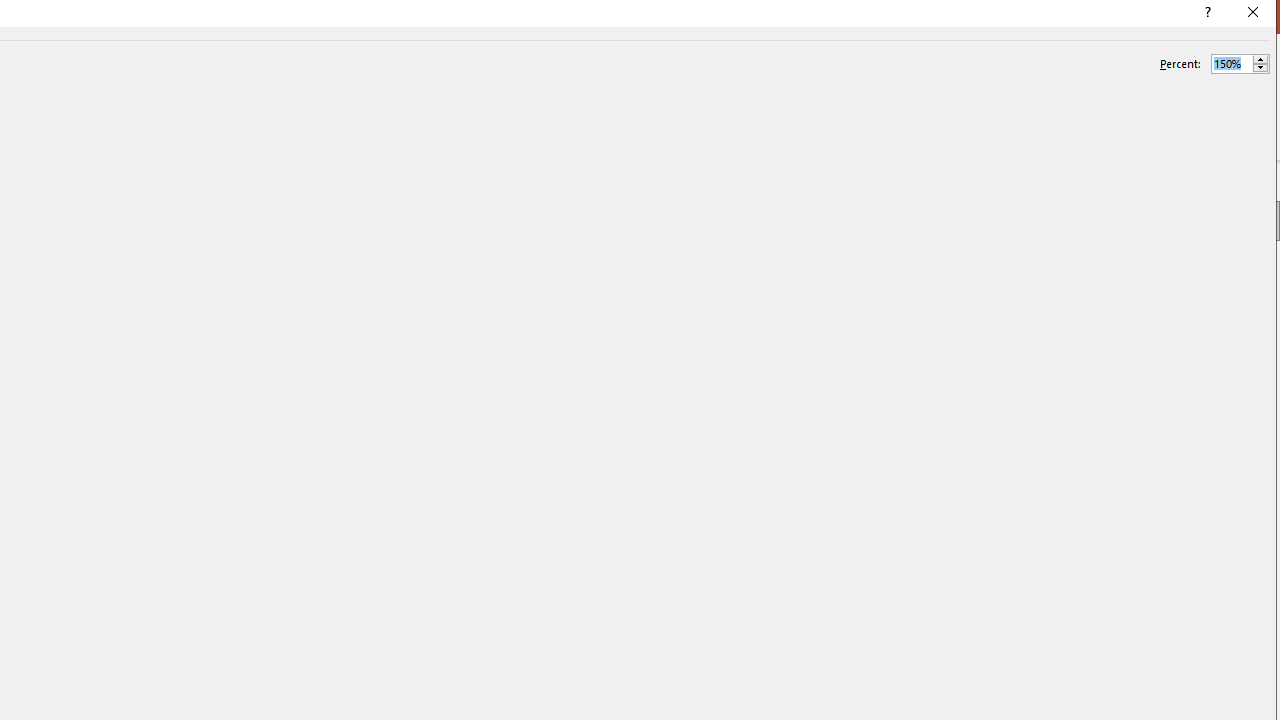  I want to click on 'Percent', so click(1231, 62).